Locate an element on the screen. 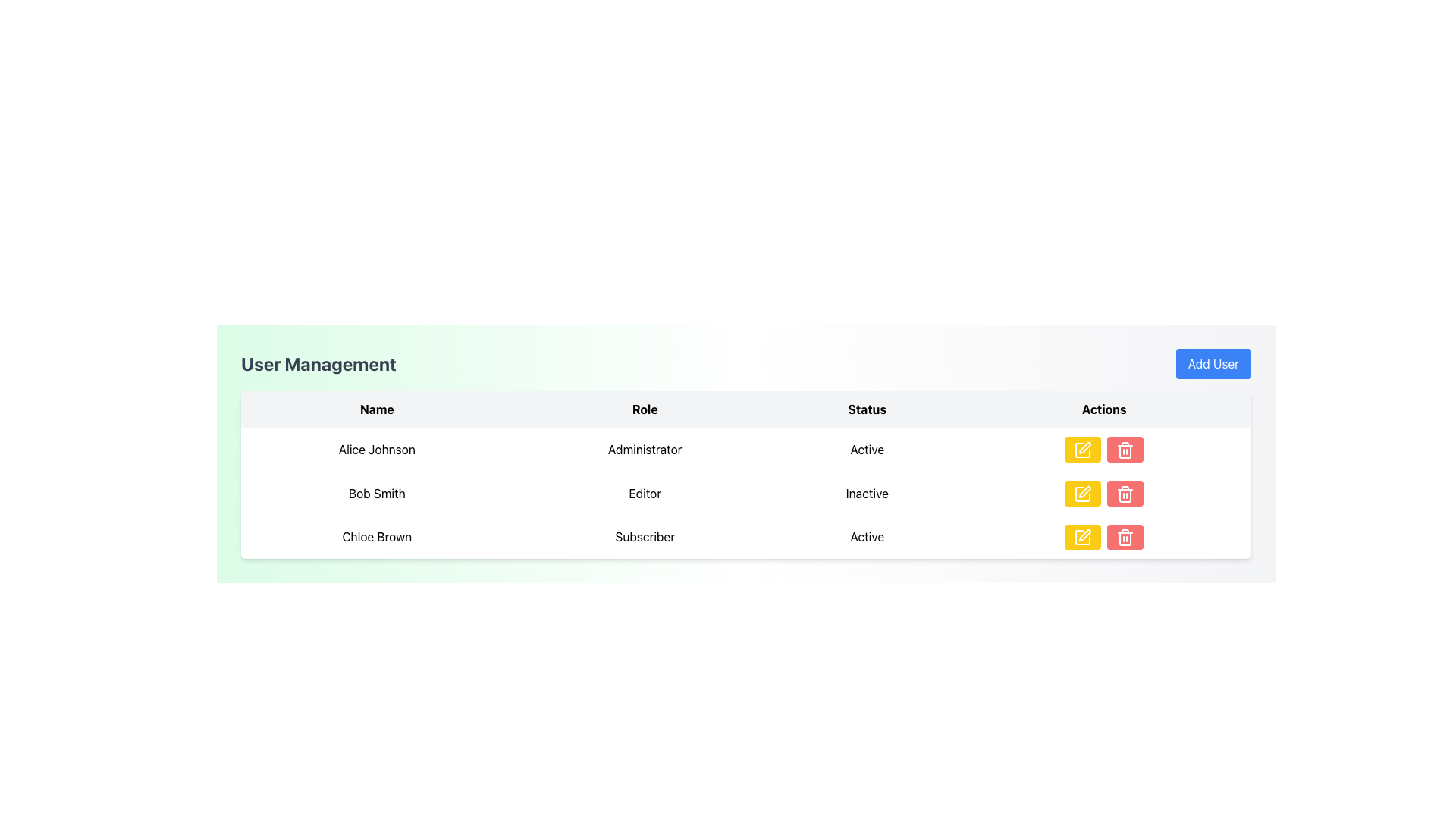 This screenshot has height=819, width=1456. the trash can icon in the 'Actions' column of the last row in the user management table is located at coordinates (1125, 538).